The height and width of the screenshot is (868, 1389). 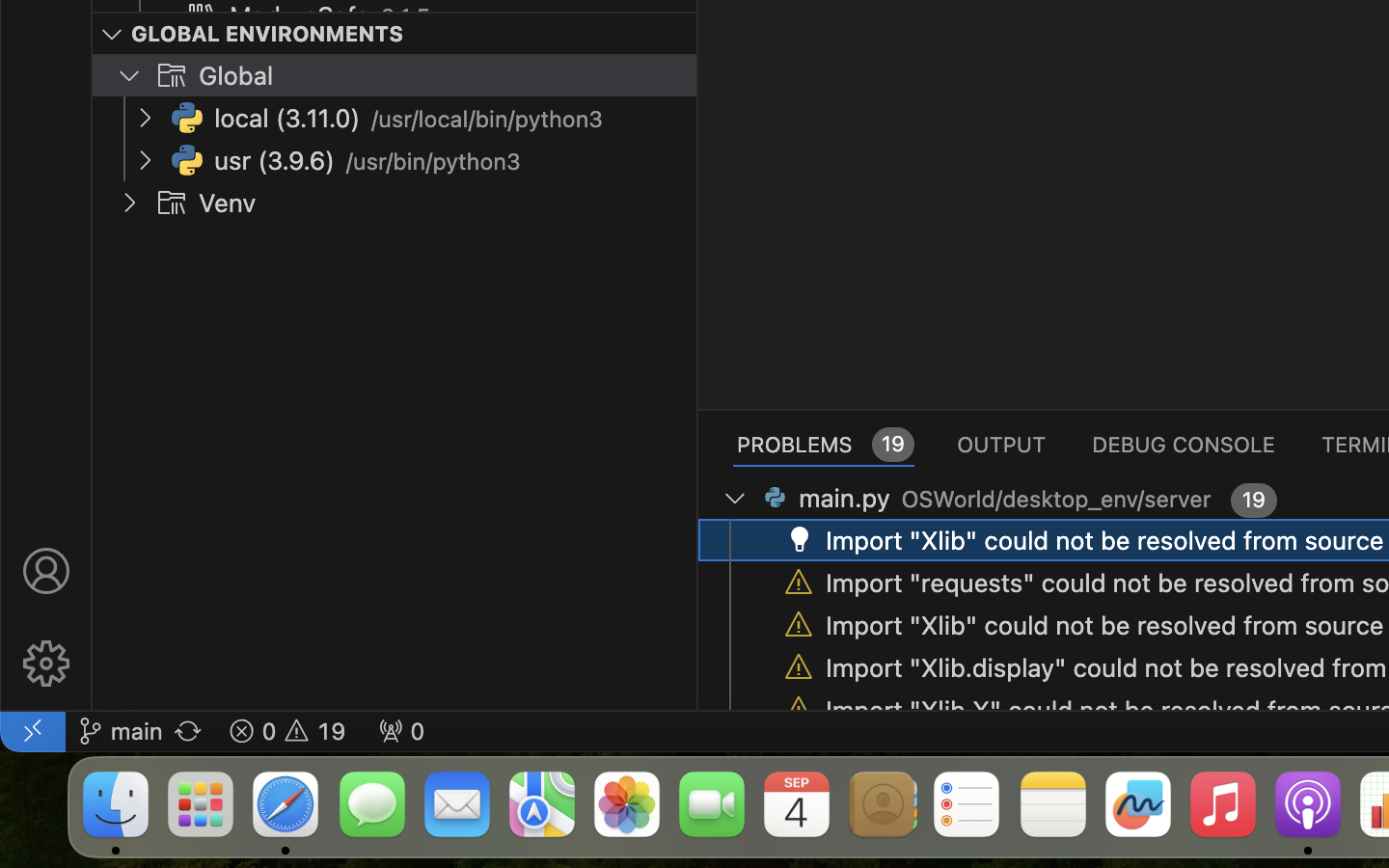 What do you see at coordinates (286, 119) in the screenshot?
I see `'local (3.11.0)'` at bounding box center [286, 119].